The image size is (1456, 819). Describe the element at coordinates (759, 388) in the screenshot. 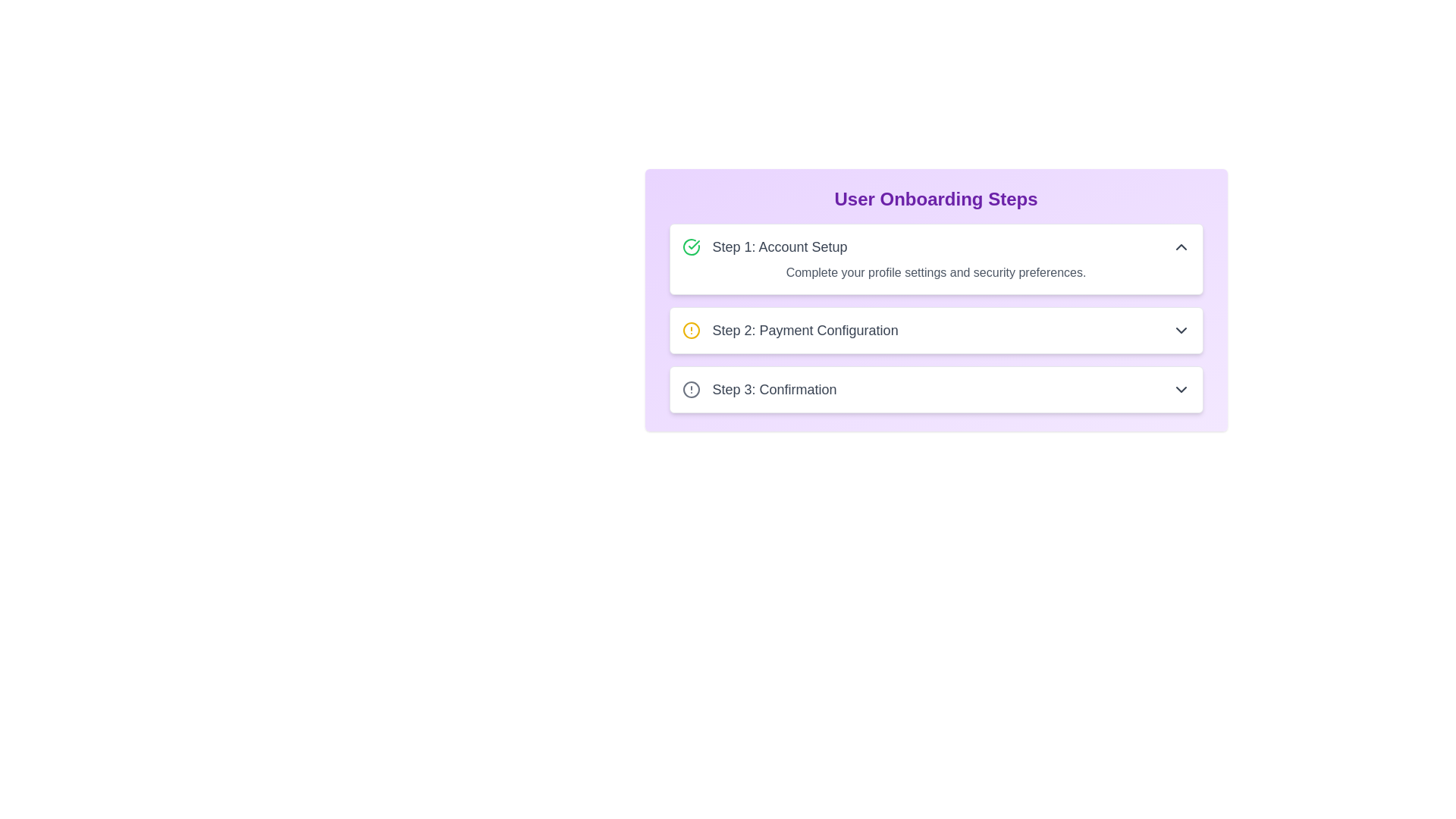

I see `text label indicating 'Step 3: Confirmation' in the user onboarding process, which is located below 'Step 1: Account Setup' and 'Step 2: Payment Configuration'` at that location.